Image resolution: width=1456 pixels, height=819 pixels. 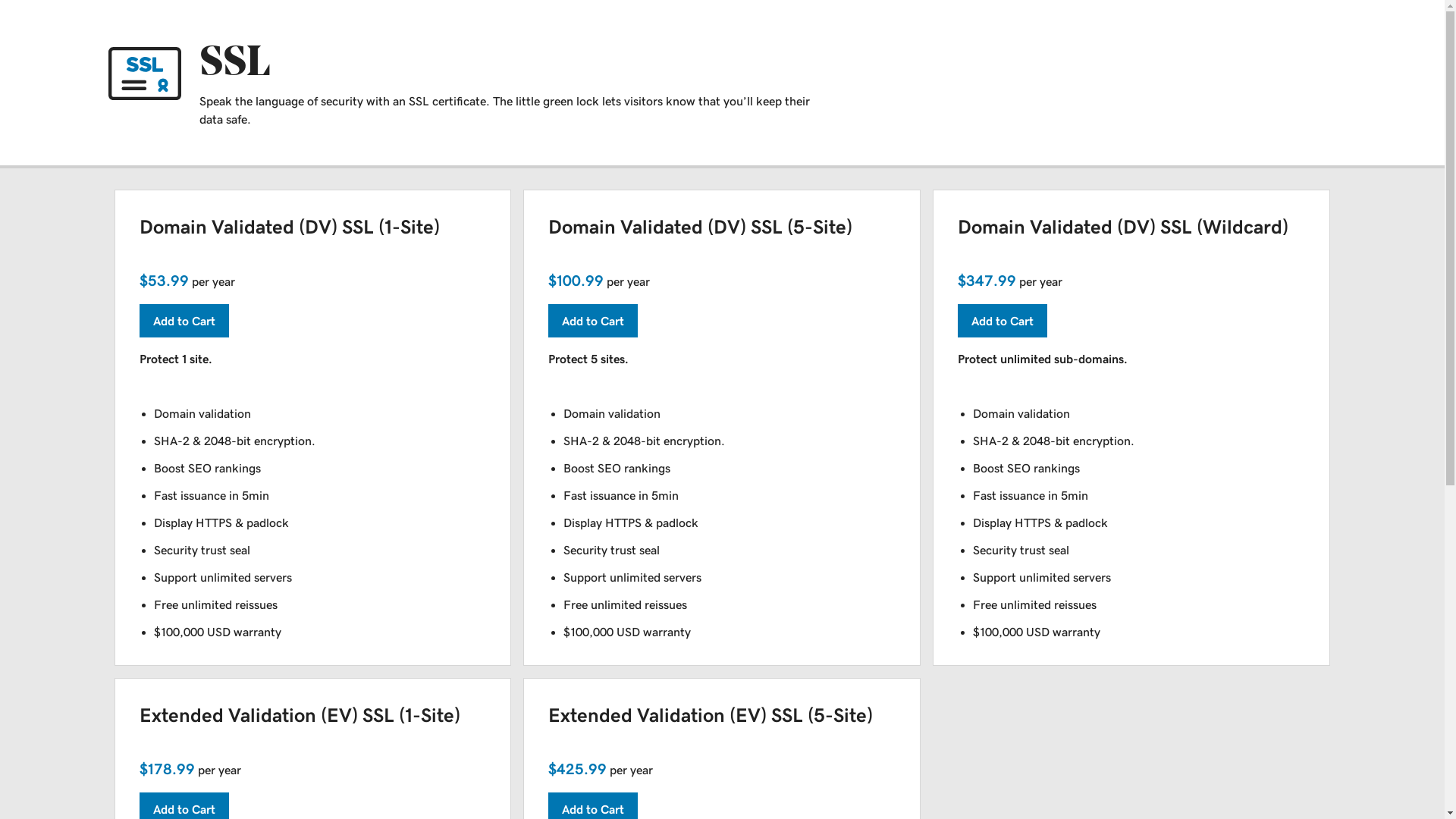 What do you see at coordinates (184, 320) in the screenshot?
I see `'Add to Cart'` at bounding box center [184, 320].